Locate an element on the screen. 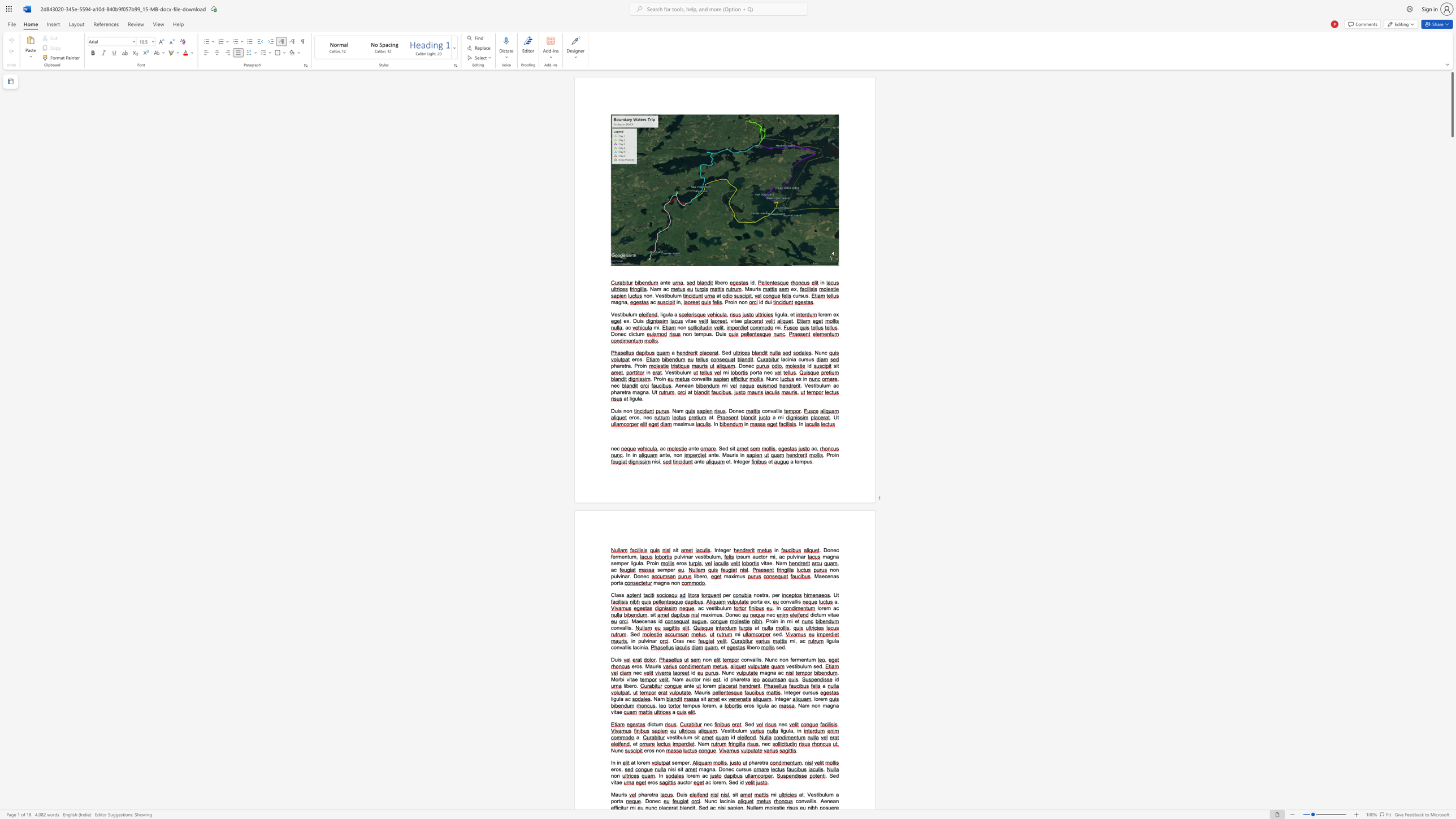 This screenshot has width=1456, height=819. the 2th character "a" in the text is located at coordinates (774, 672).